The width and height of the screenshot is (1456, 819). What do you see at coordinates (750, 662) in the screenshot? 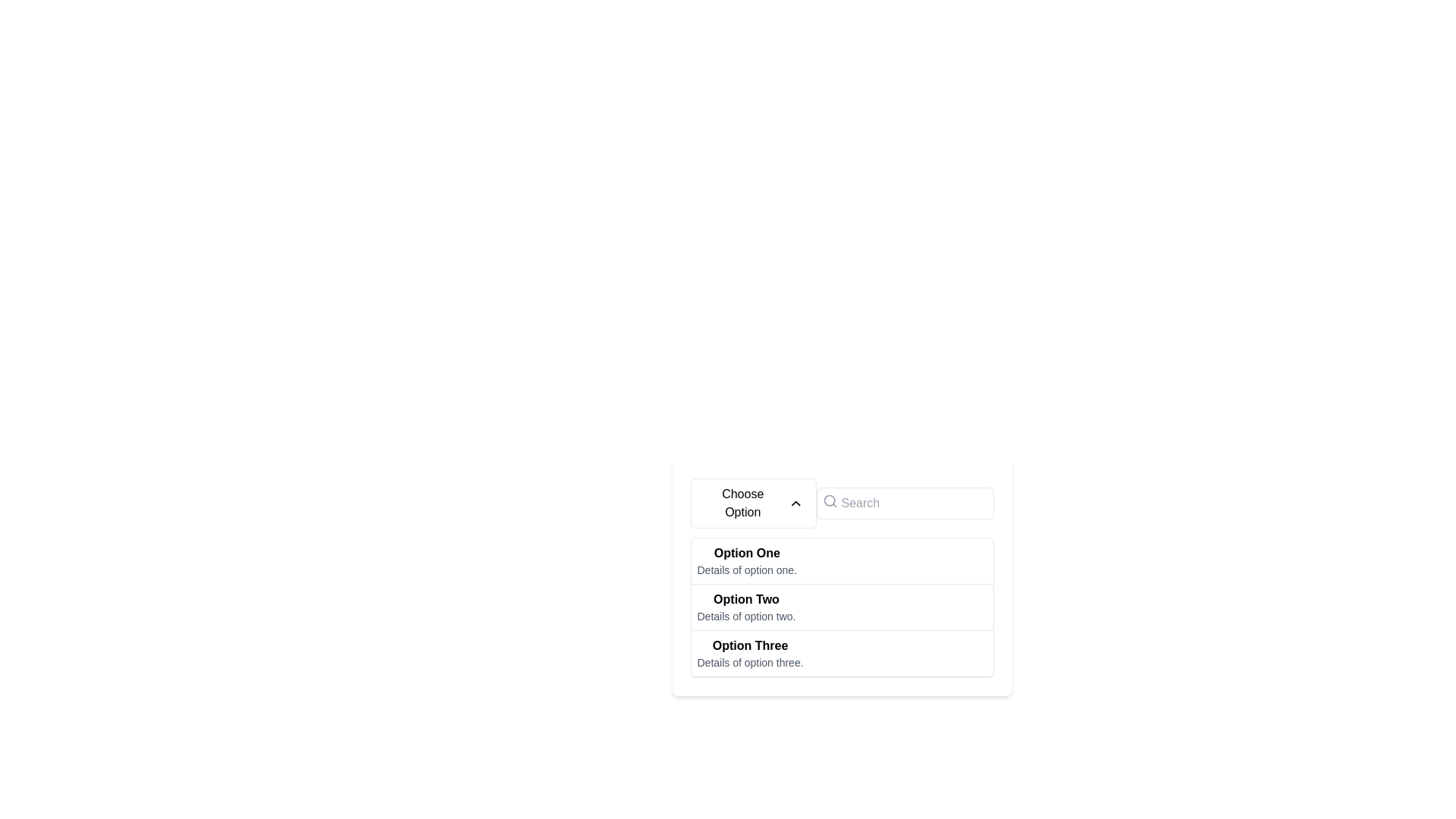
I see `the text label displaying 'Details of option three.' located beneath the title 'Option Three' in the dropdown menu` at bounding box center [750, 662].